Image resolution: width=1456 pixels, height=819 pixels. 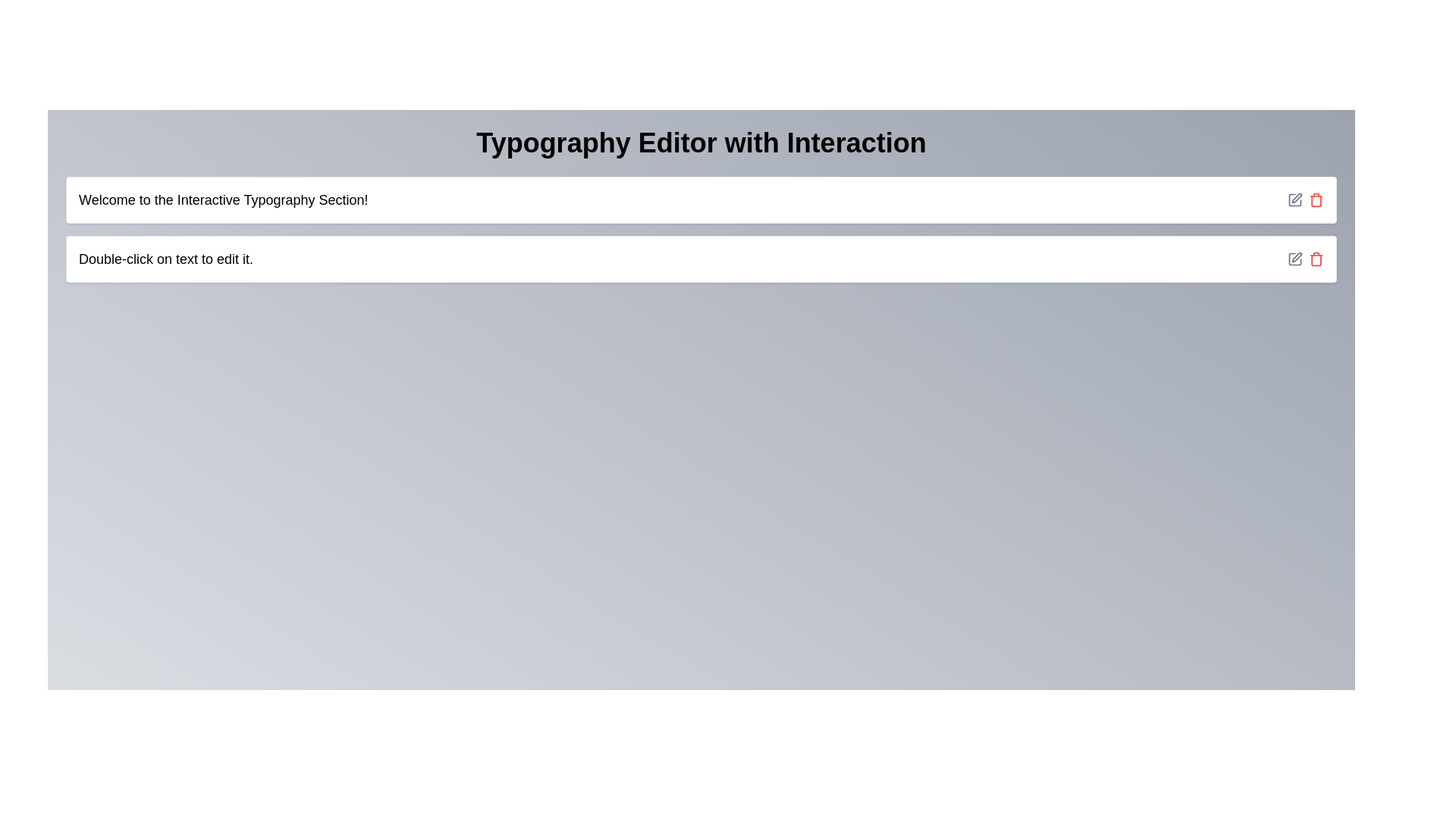 I want to click on the red, thin-lined trash can icon button, so click(x=1316, y=259).